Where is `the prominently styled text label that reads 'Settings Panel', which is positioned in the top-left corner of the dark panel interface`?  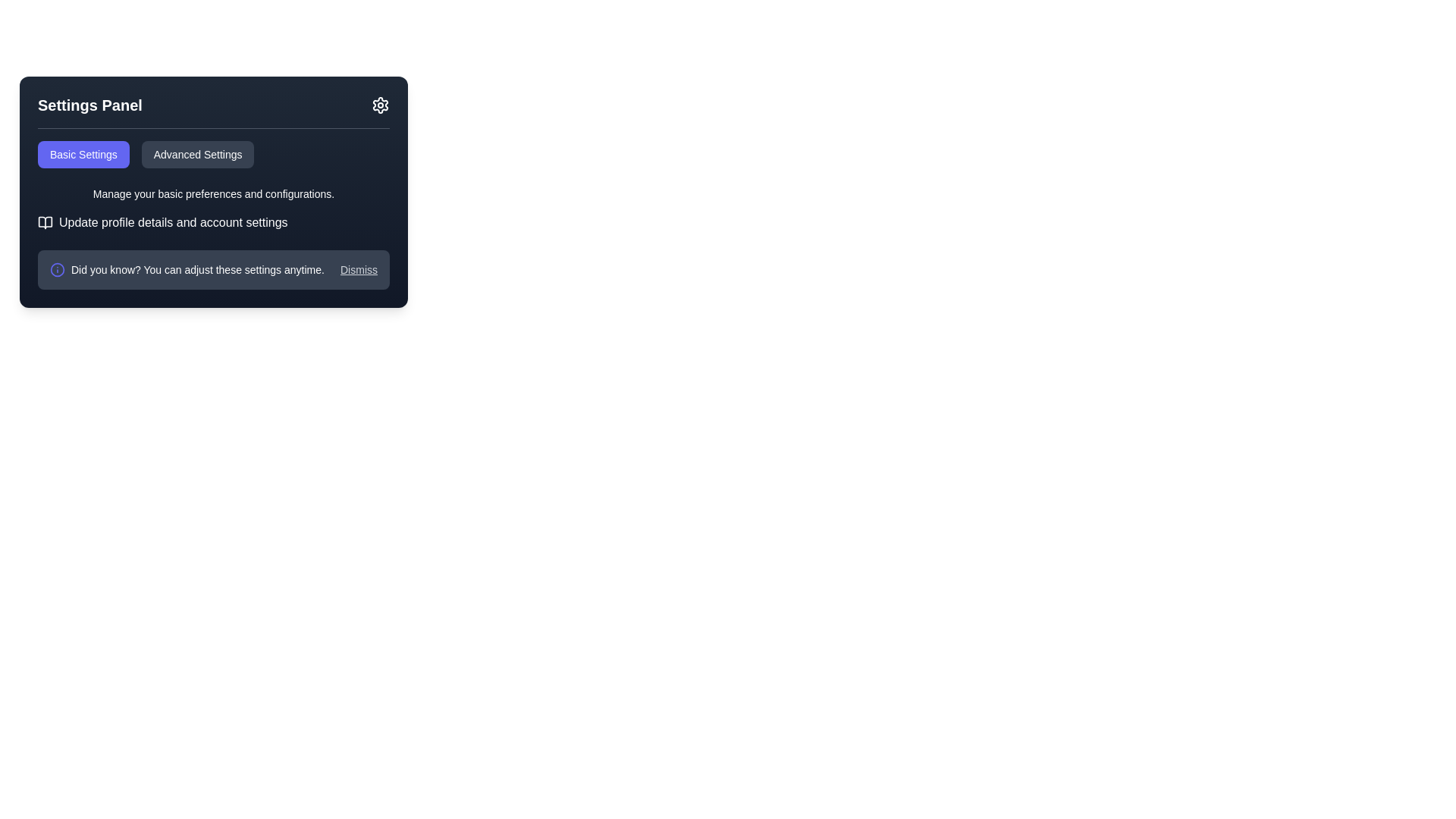
the prominently styled text label that reads 'Settings Panel', which is positioned in the top-left corner of the dark panel interface is located at coordinates (89, 104).